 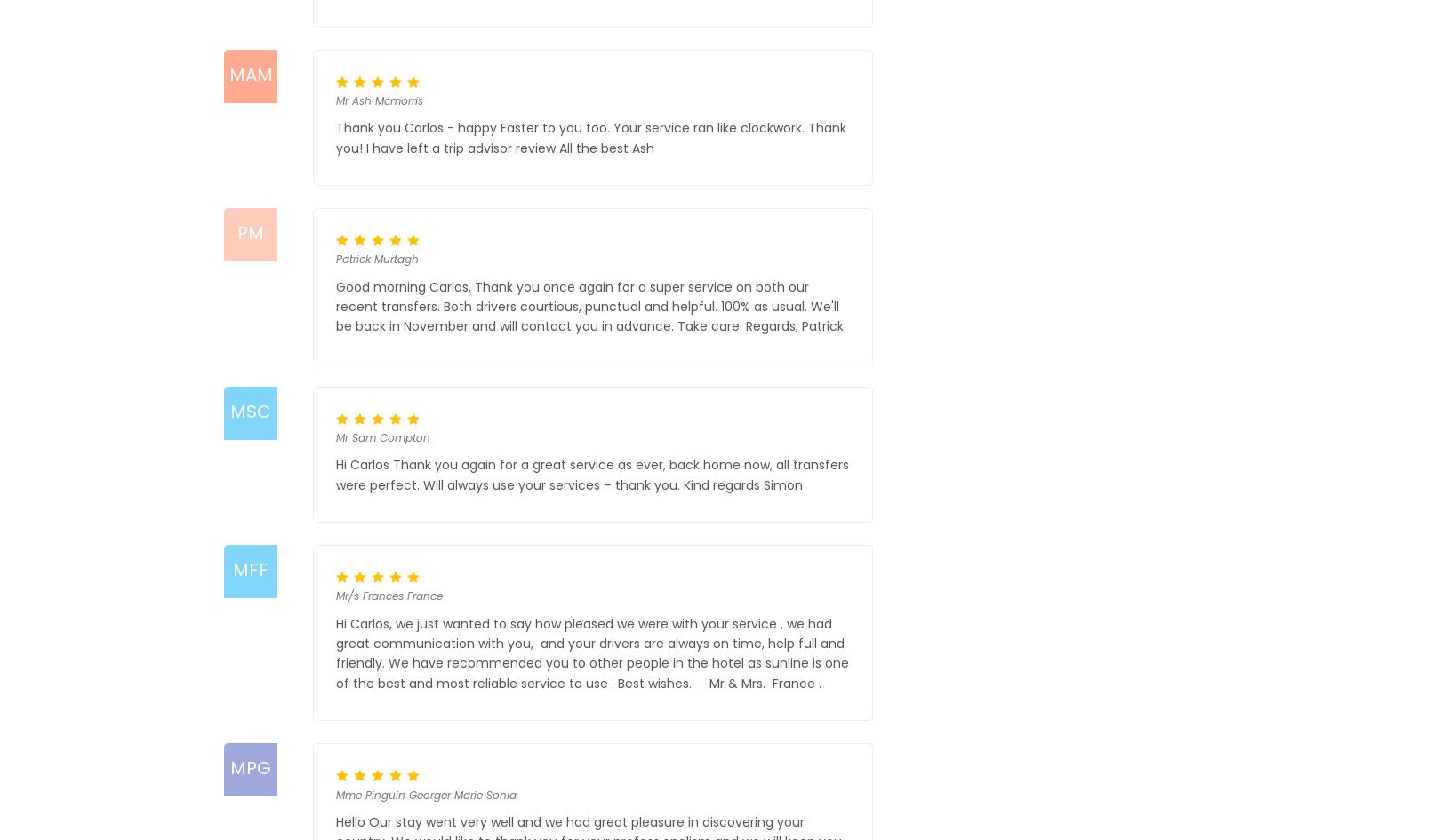 What do you see at coordinates (248, 411) in the screenshot?
I see `'MSC'` at bounding box center [248, 411].